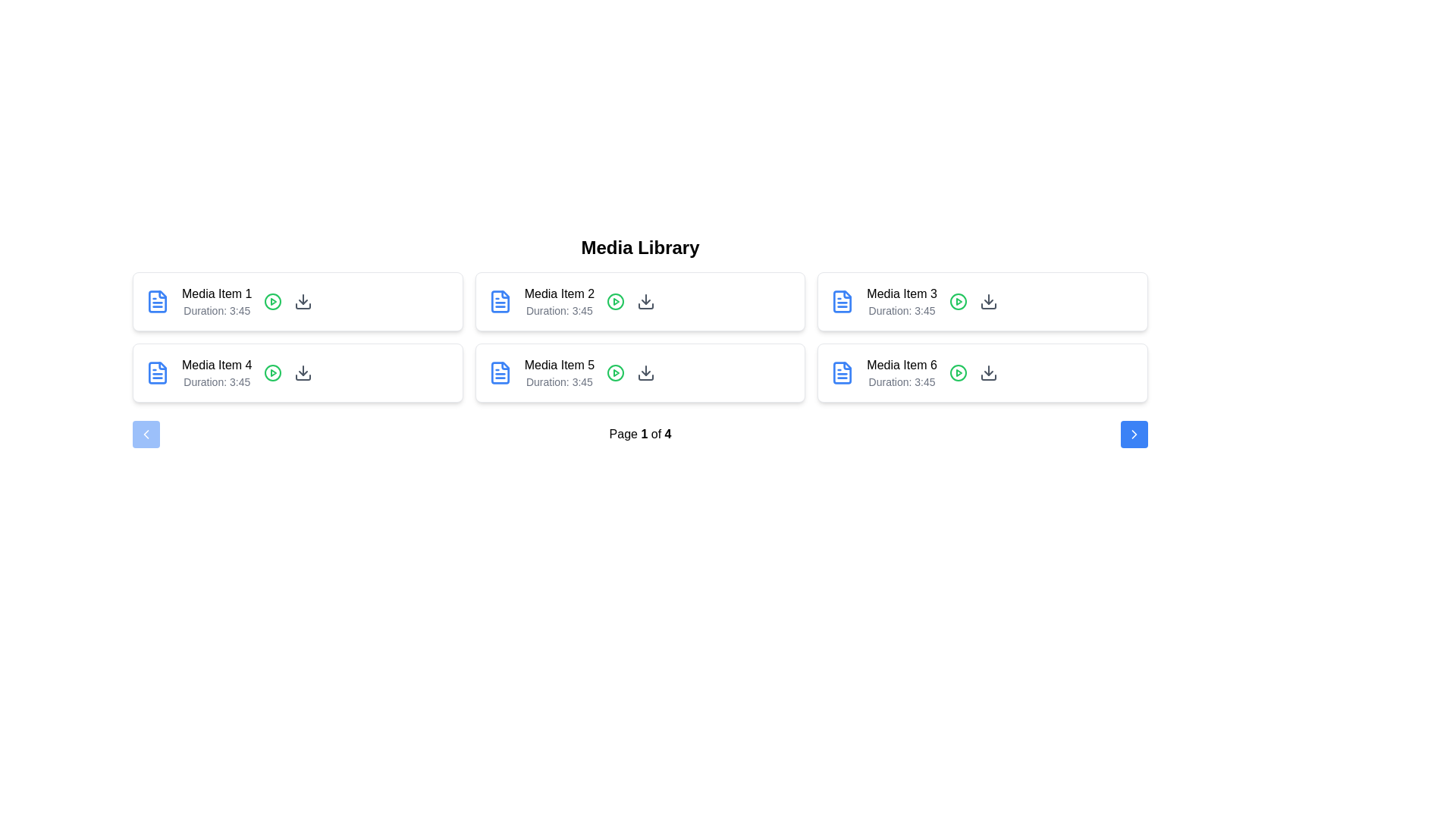 This screenshot has height=819, width=1456. What do you see at coordinates (558, 381) in the screenshot?
I see `the Text Label displaying 'Duration: 3:45', which is styled in gray and located below 'Media Item 5' in the grid layout` at bounding box center [558, 381].